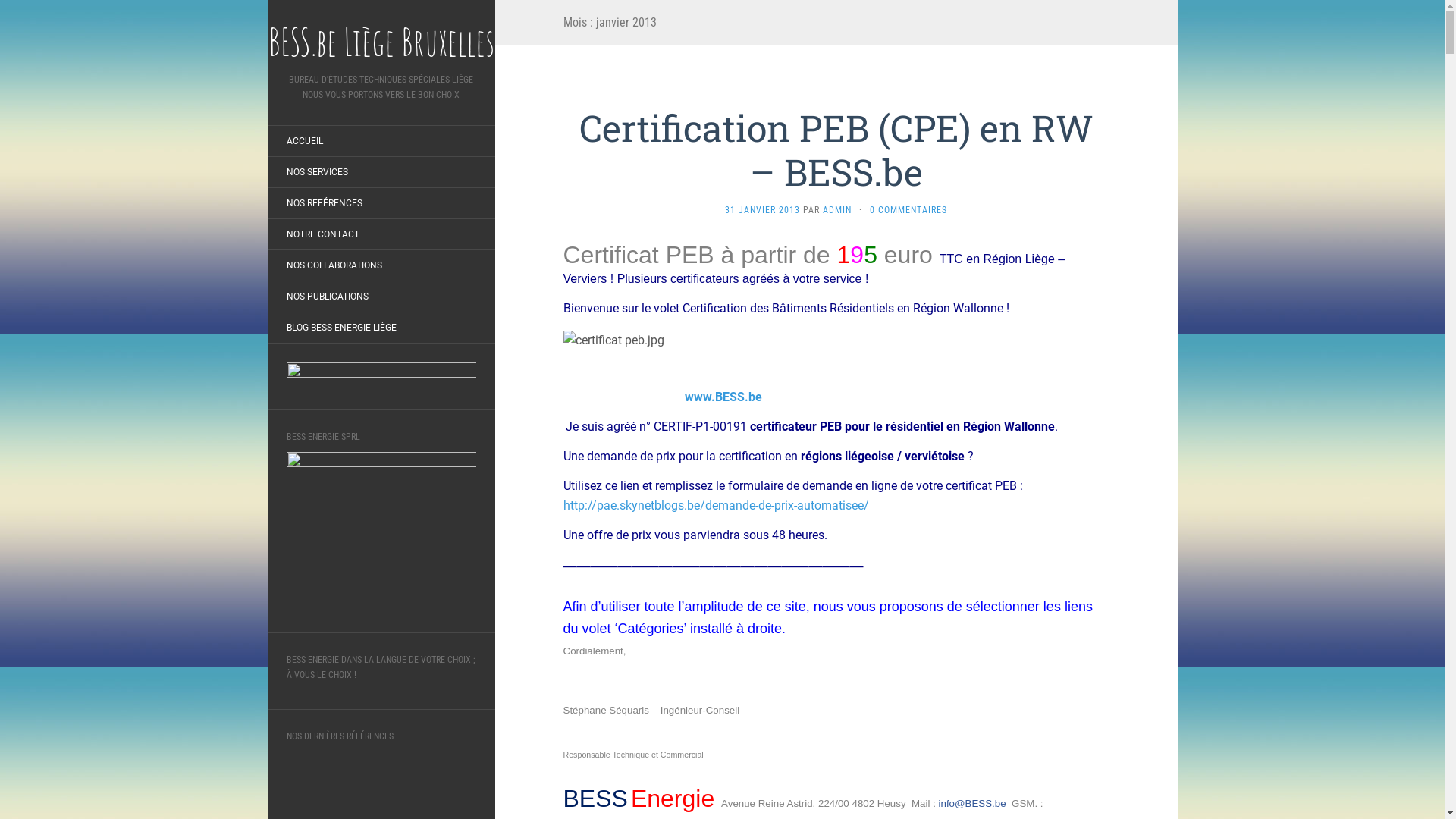 This screenshot has height=819, width=1456. Describe the element at coordinates (821, 210) in the screenshot. I see `'ADMIN'` at that location.